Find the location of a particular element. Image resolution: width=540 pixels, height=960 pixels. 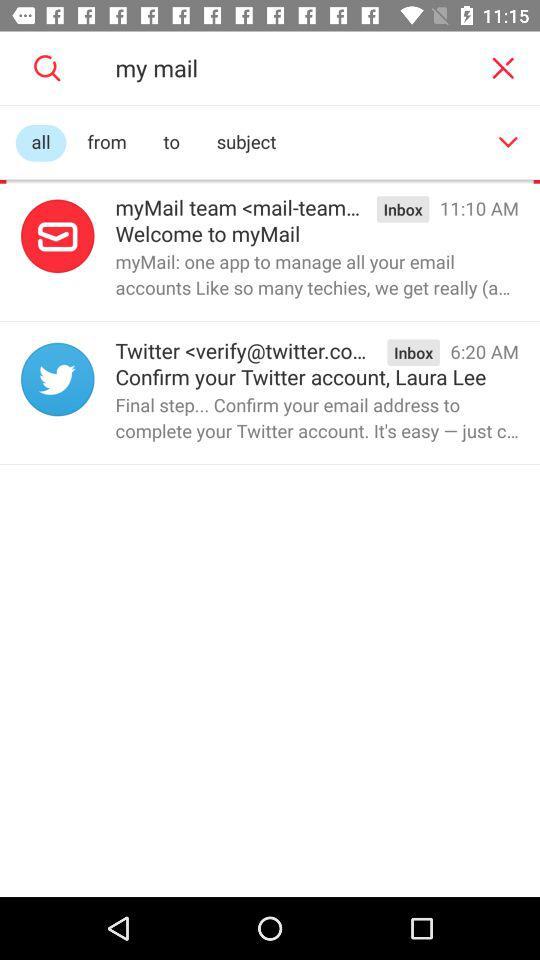

from item is located at coordinates (107, 142).